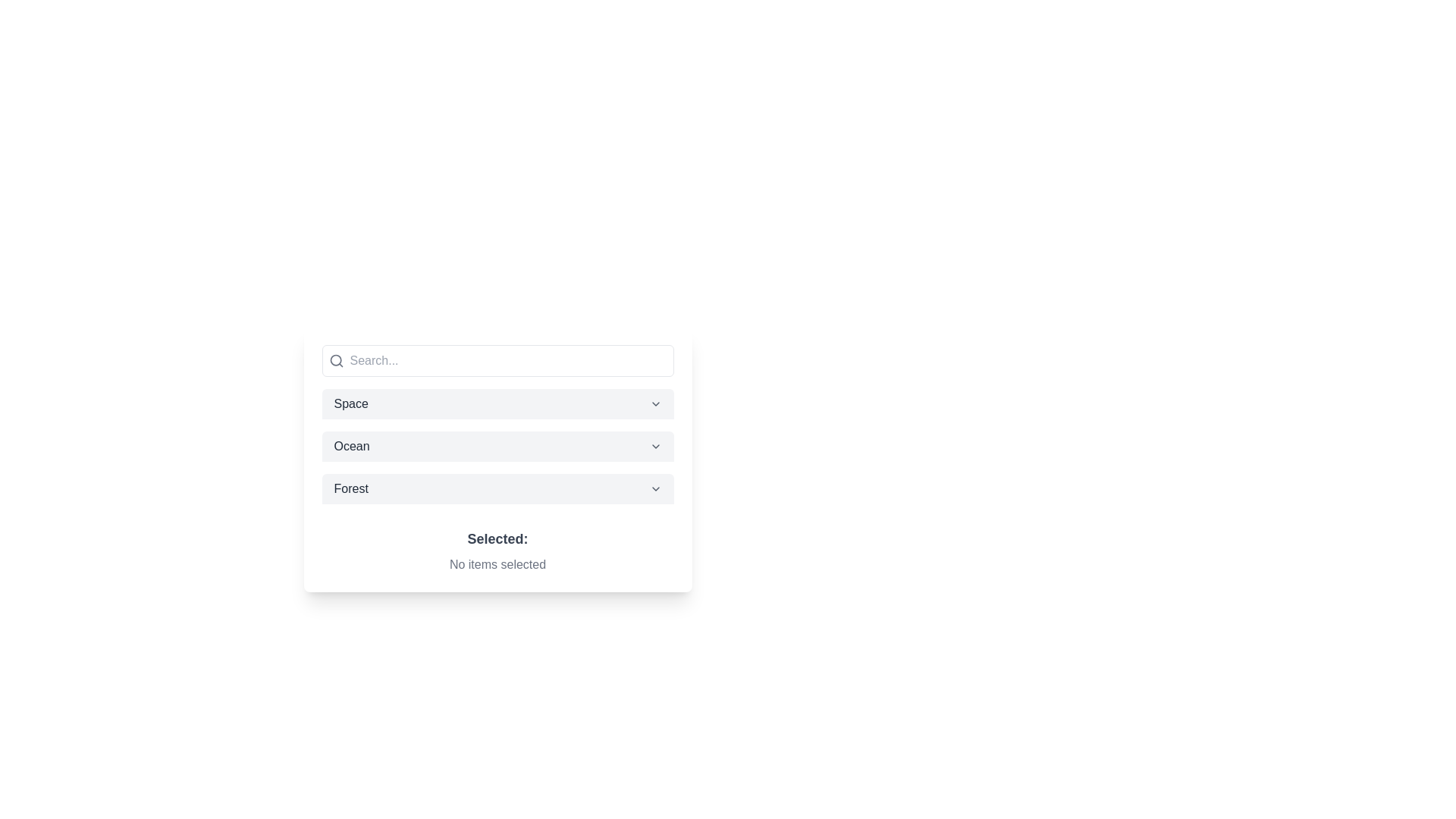 This screenshot has width=1456, height=819. I want to click on the 'Forest' option in the dropdown menu, so click(497, 488).